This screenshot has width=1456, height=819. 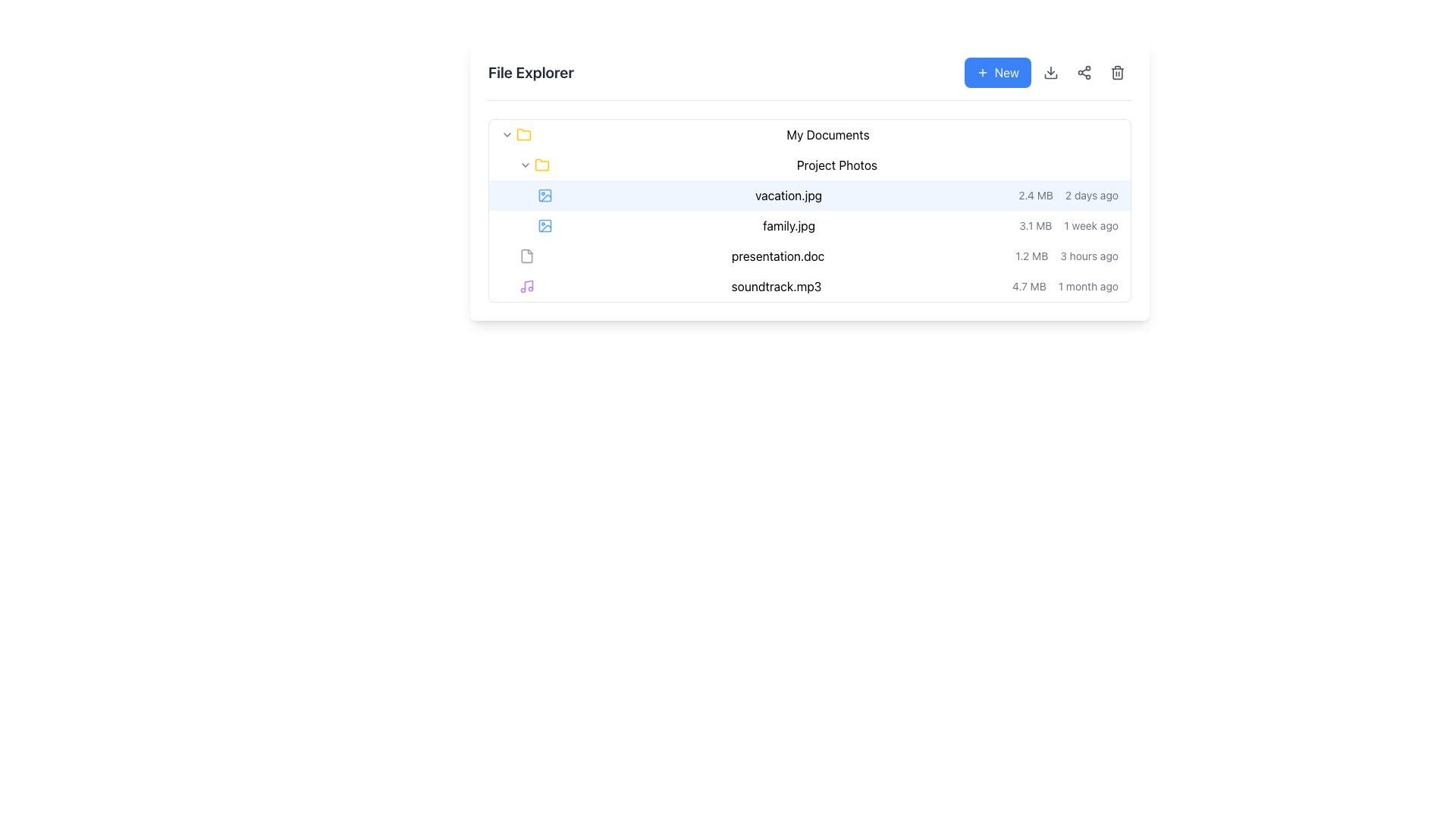 What do you see at coordinates (525, 165) in the screenshot?
I see `the downward-pointing chevron button next to the 'Project Photos' label` at bounding box center [525, 165].